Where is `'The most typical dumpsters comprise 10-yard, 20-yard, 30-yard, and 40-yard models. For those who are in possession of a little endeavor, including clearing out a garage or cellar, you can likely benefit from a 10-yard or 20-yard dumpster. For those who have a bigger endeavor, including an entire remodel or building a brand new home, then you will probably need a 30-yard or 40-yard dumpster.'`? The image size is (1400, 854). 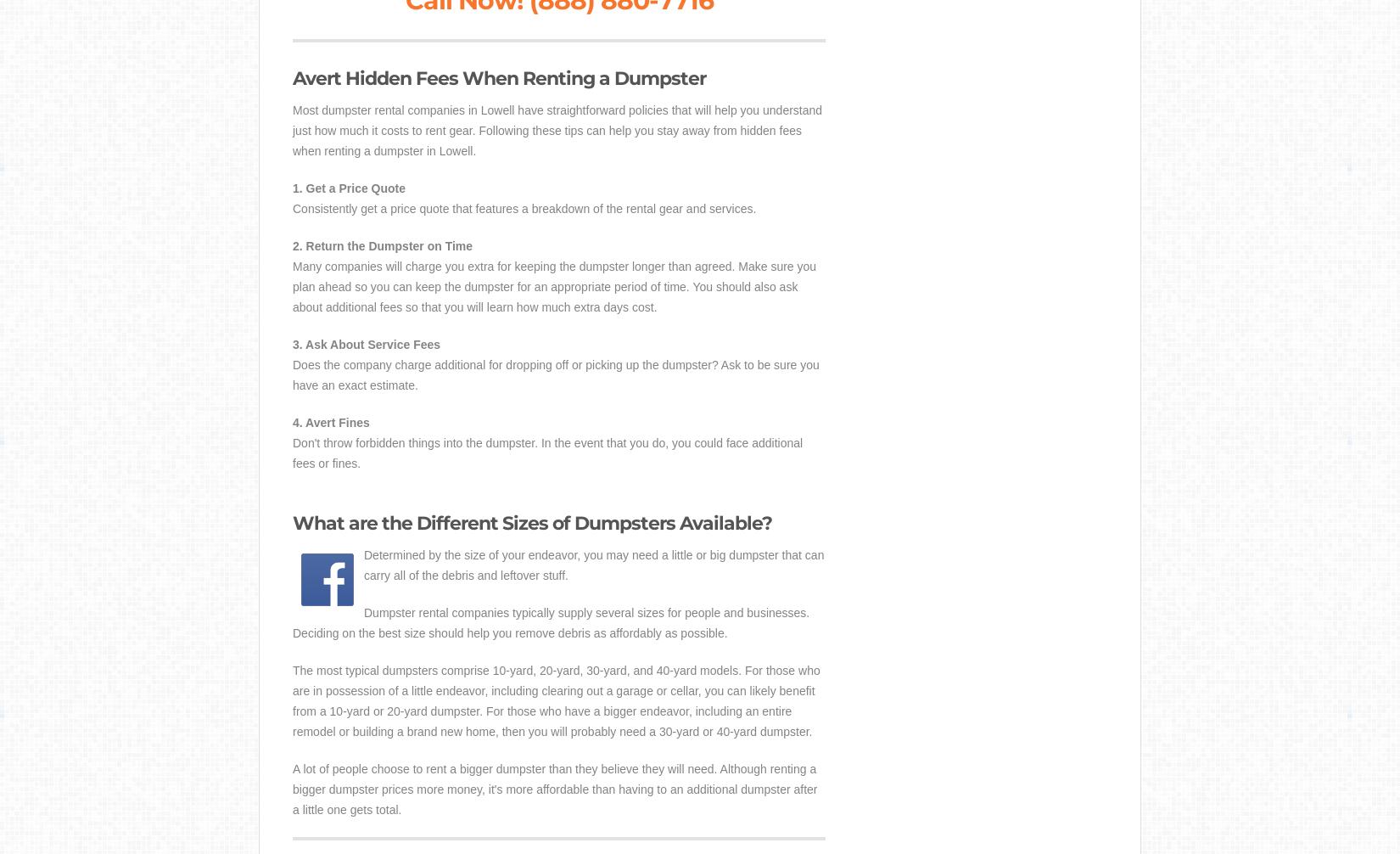
'The most typical dumpsters comprise 10-yard, 20-yard, 30-yard, and 40-yard models. For those who are in possession of a little endeavor, including clearing out a garage or cellar, you can likely benefit from a 10-yard or 20-yard dumpster. For those who have a bigger endeavor, including an entire remodel or building a brand new home, then you will probably need a 30-yard or 40-yard dumpster.' is located at coordinates (555, 700).